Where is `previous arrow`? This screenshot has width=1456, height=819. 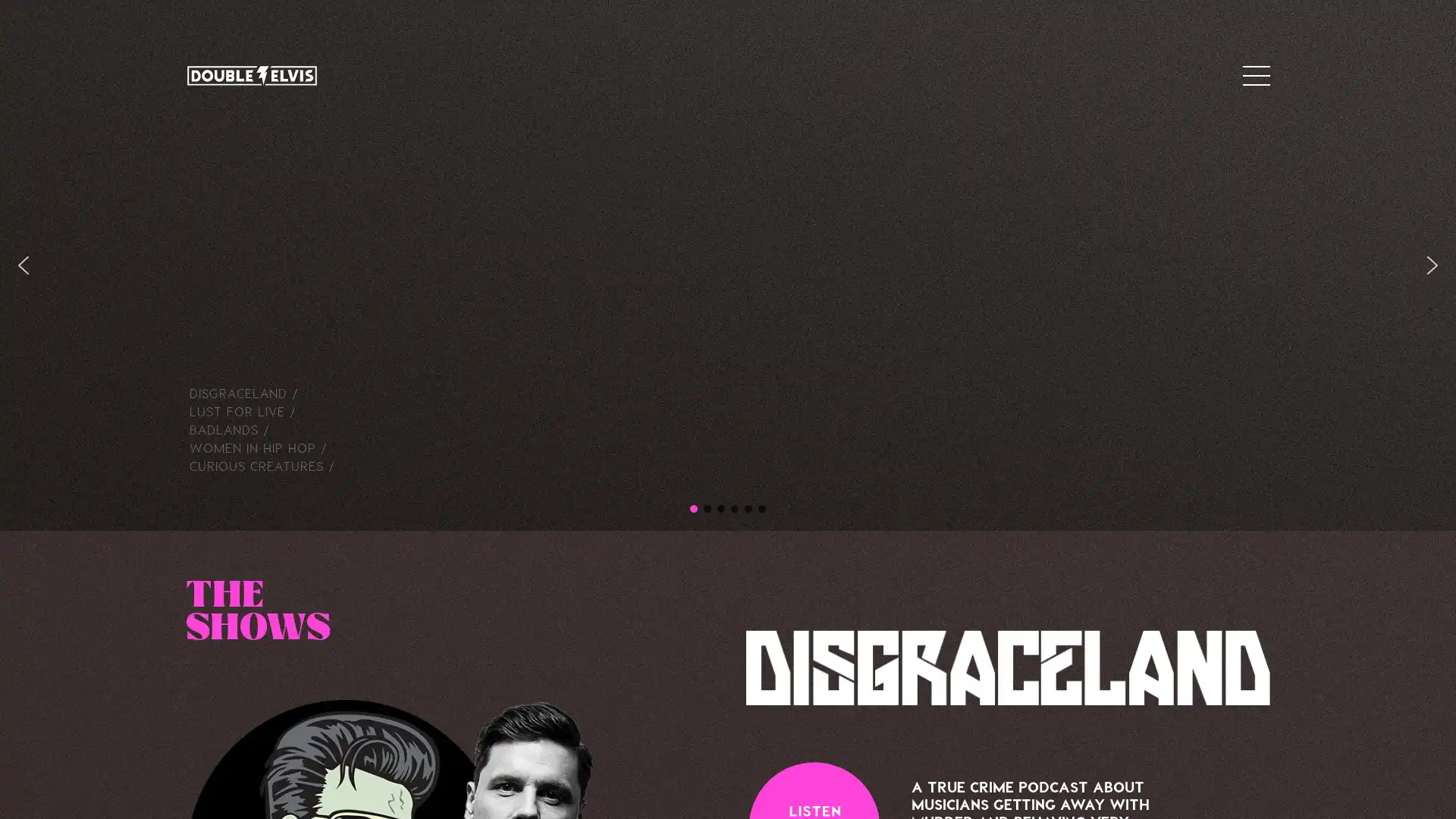
previous arrow is located at coordinates (22, 265).